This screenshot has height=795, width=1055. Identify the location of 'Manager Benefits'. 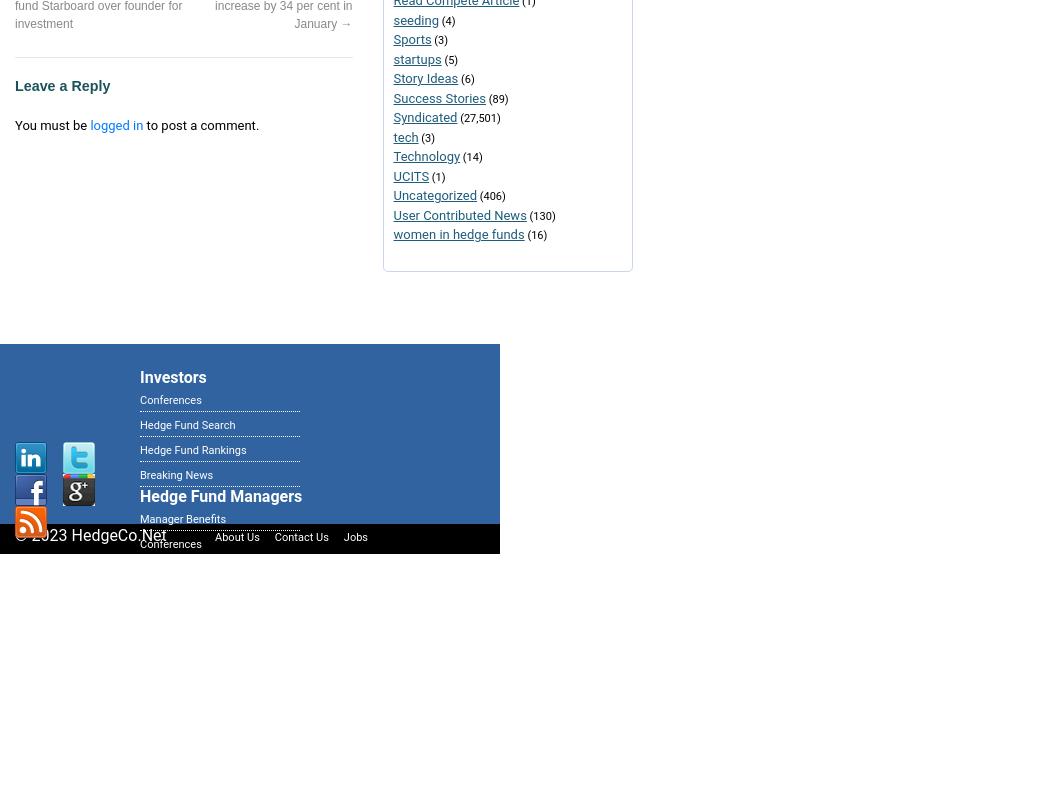
(182, 518).